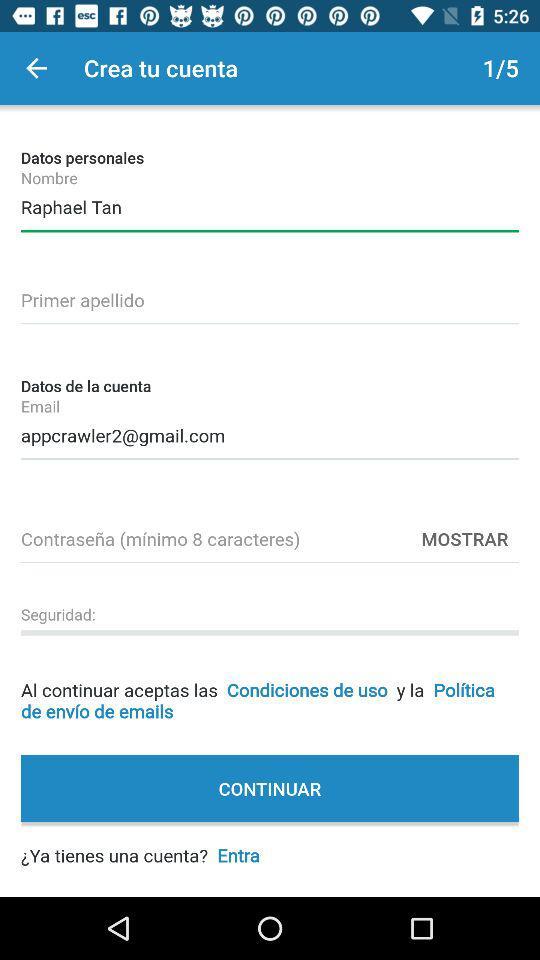 The width and height of the screenshot is (540, 960). What do you see at coordinates (464, 537) in the screenshot?
I see `the mostrar item` at bounding box center [464, 537].